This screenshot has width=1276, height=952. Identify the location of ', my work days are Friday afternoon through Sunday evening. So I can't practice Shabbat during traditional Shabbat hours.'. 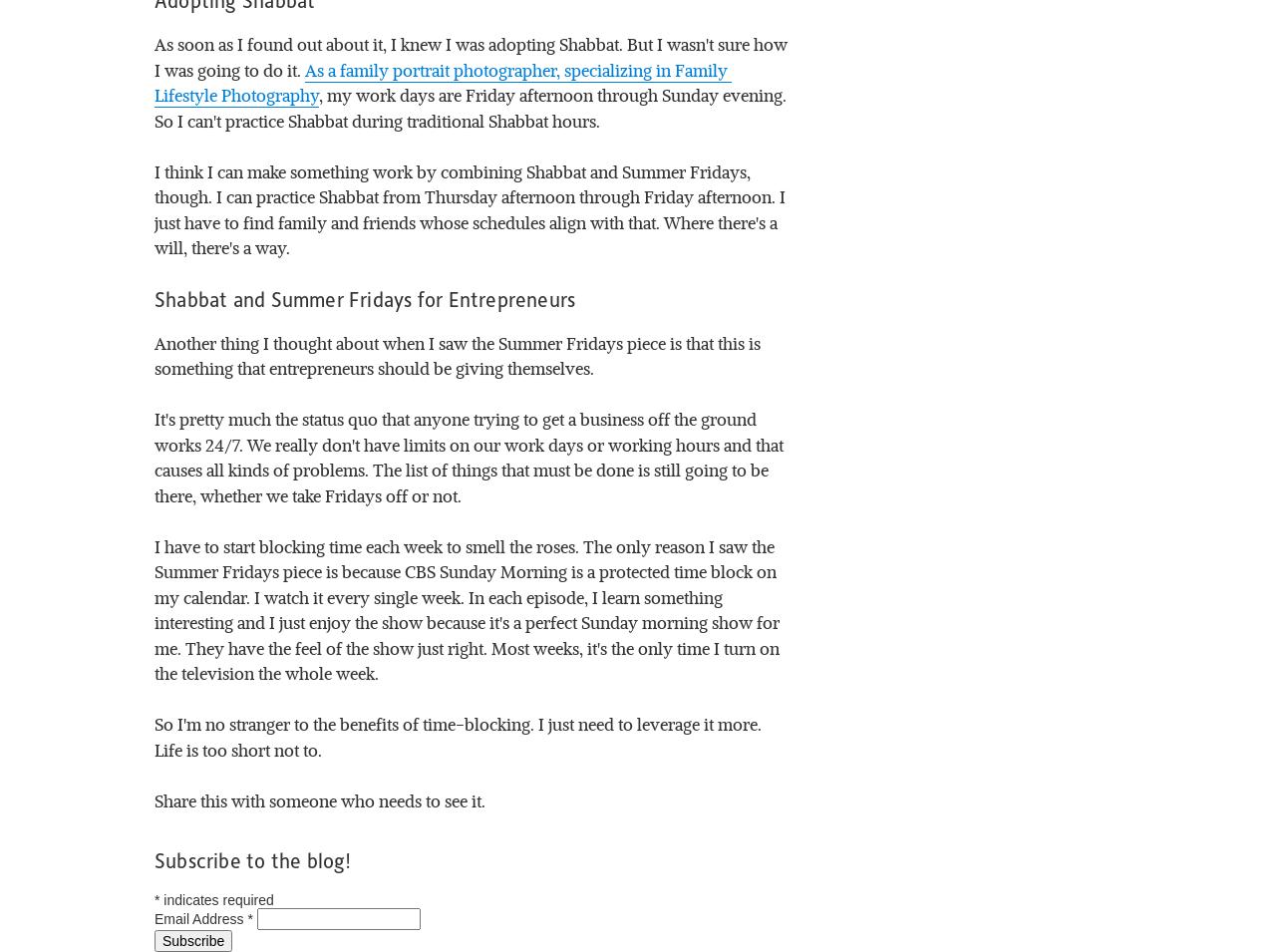
(154, 107).